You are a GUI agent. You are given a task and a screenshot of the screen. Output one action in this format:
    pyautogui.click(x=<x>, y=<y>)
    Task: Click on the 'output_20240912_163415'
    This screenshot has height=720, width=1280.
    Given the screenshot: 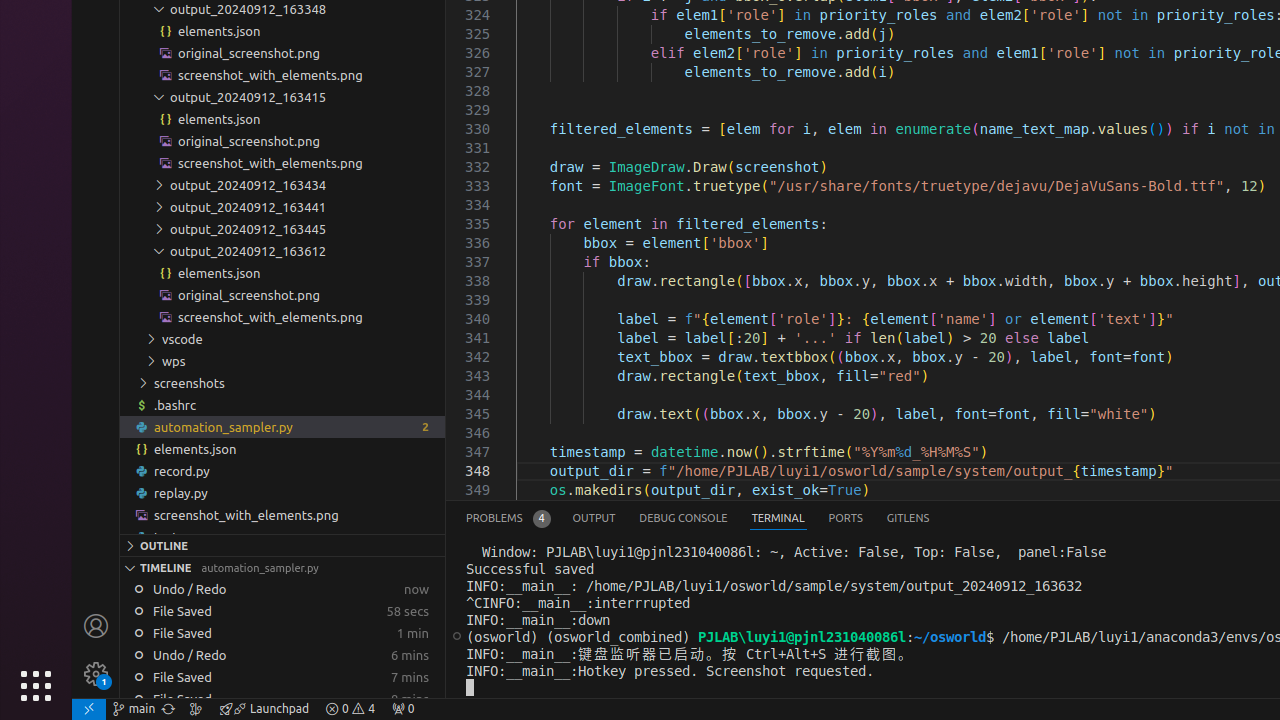 What is the action you would take?
    pyautogui.click(x=281, y=96)
    